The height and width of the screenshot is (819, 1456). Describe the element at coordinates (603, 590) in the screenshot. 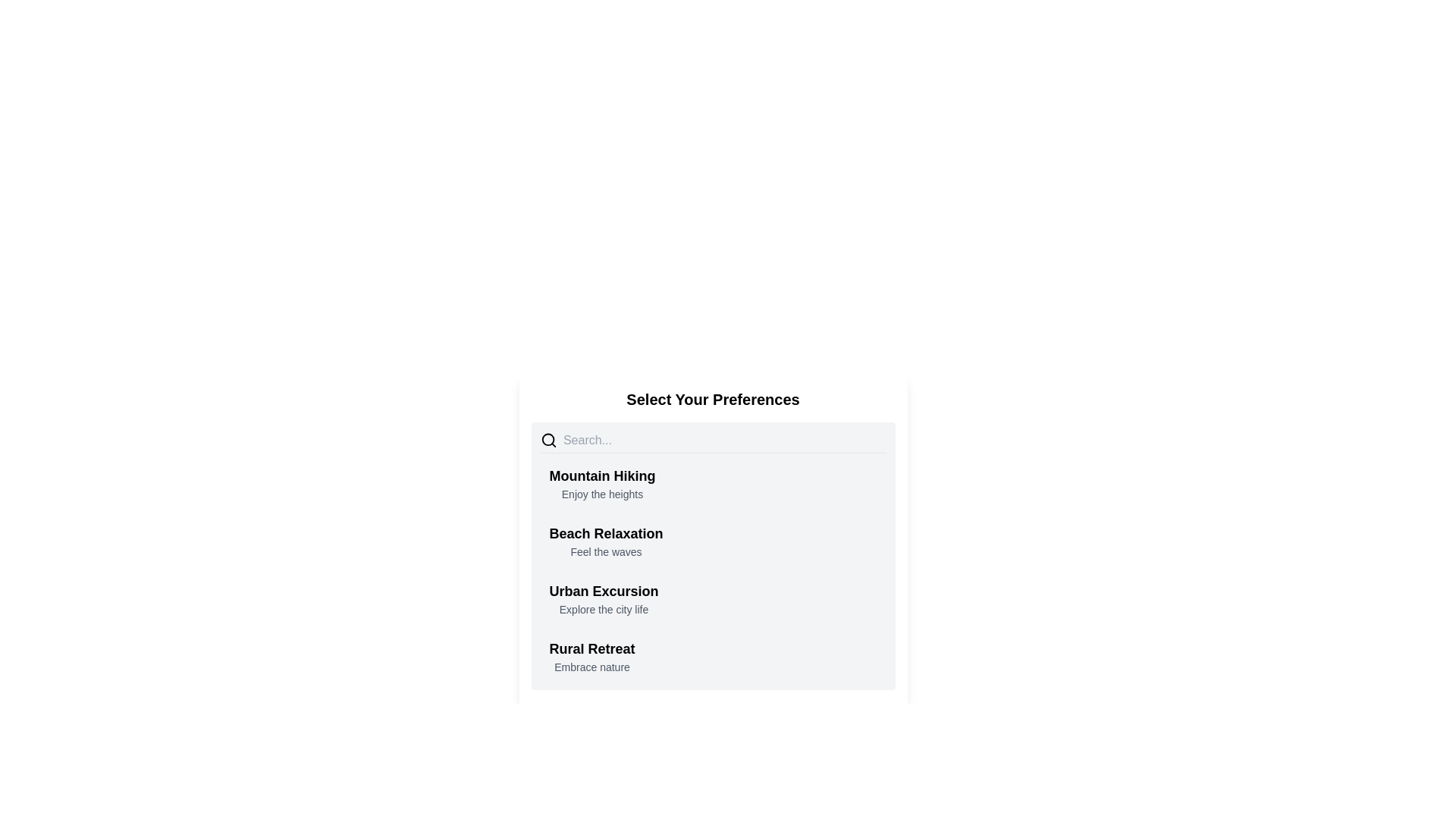

I see `the text label that serves as the title for a selectable item related to urban-themed activities, located under 'Select Your Preferences.'` at that location.